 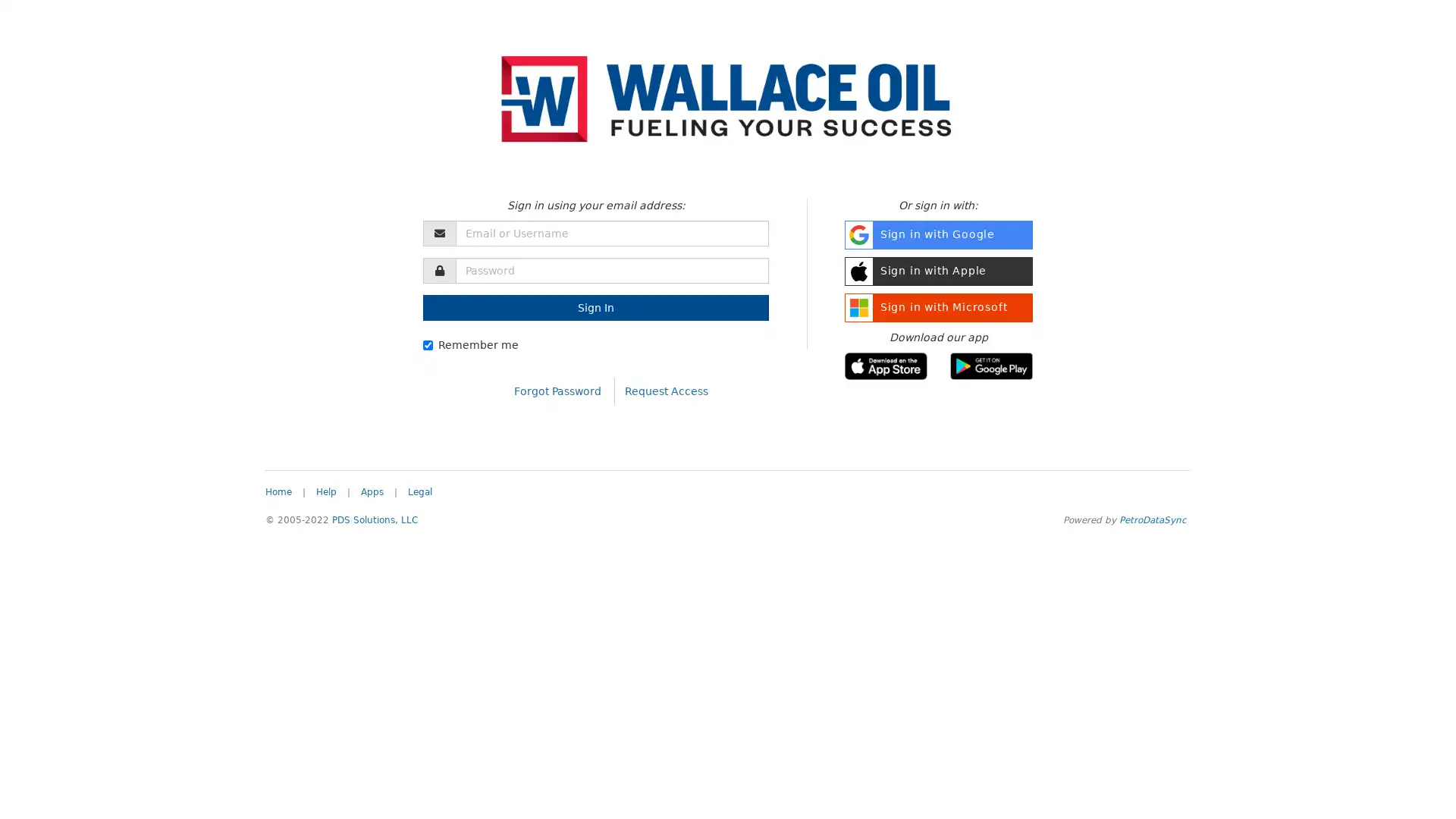 What do you see at coordinates (595, 307) in the screenshot?
I see `Sign In` at bounding box center [595, 307].